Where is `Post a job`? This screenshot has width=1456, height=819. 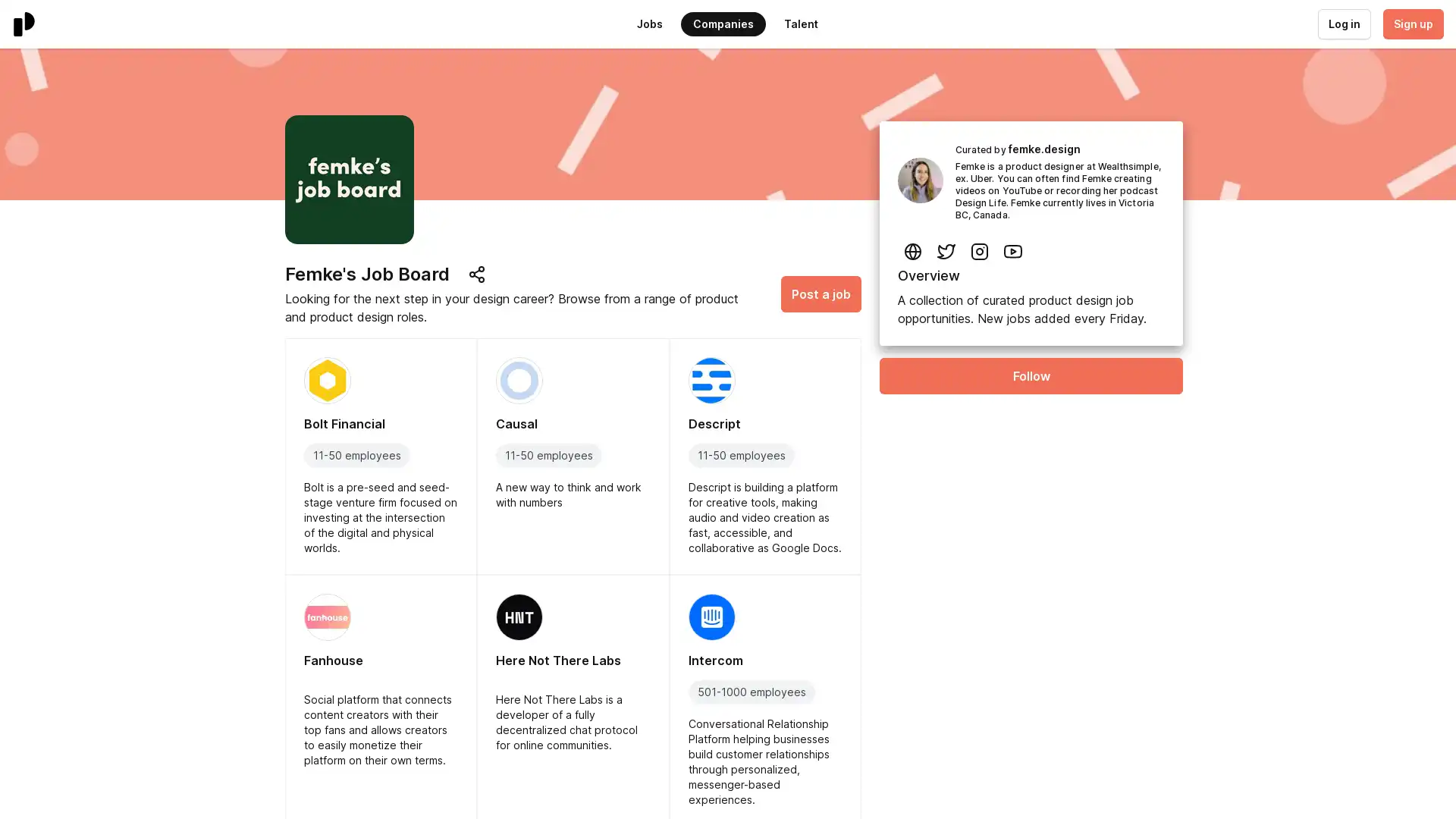
Post a job is located at coordinates (821, 294).